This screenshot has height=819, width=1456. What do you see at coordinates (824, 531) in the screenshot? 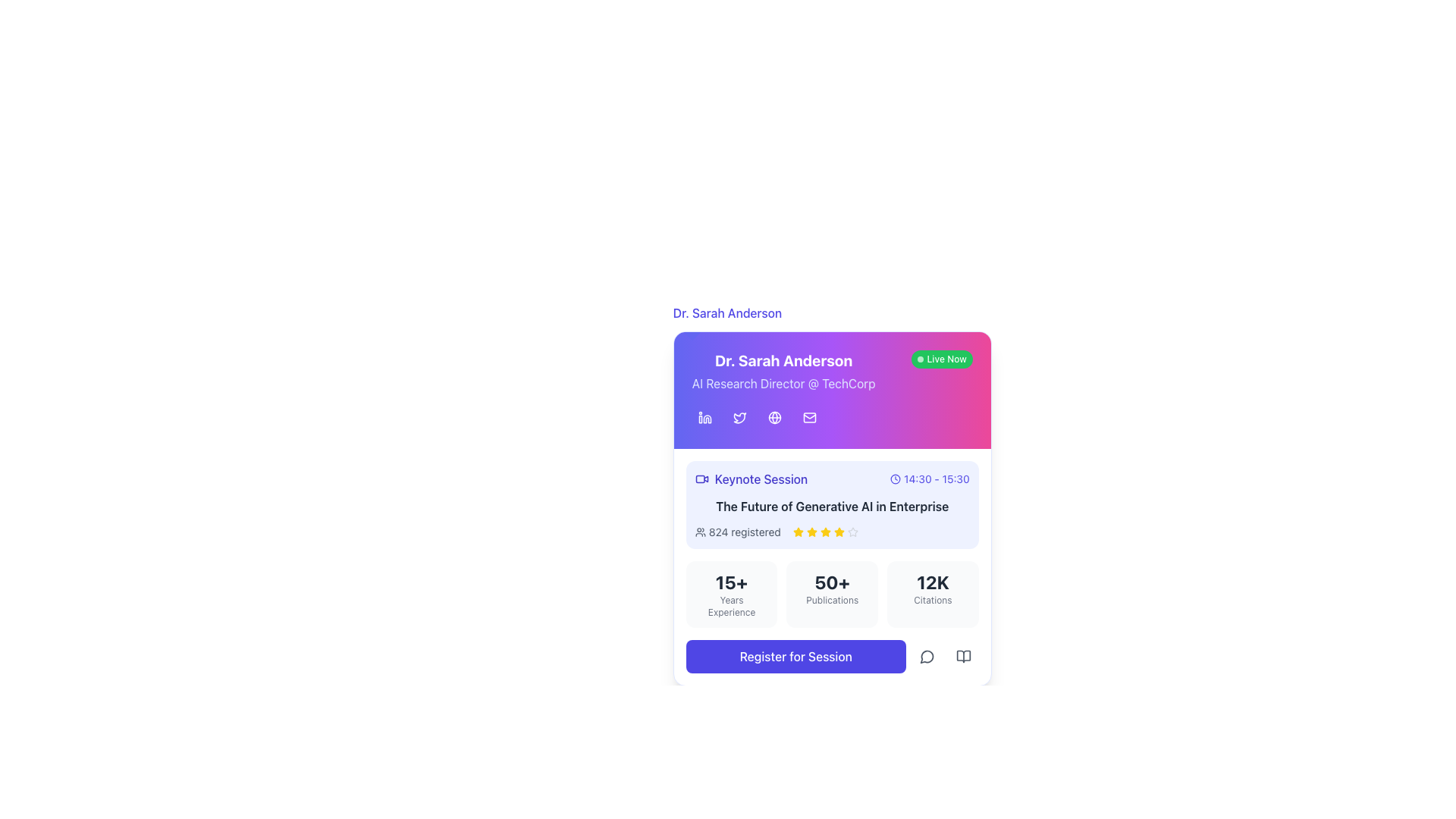
I see `the yellow star icon, which is the third star in a set of five, located to the right of the text 'The Future of Generative AI in Enterprise' within the card, to rate it` at bounding box center [824, 531].